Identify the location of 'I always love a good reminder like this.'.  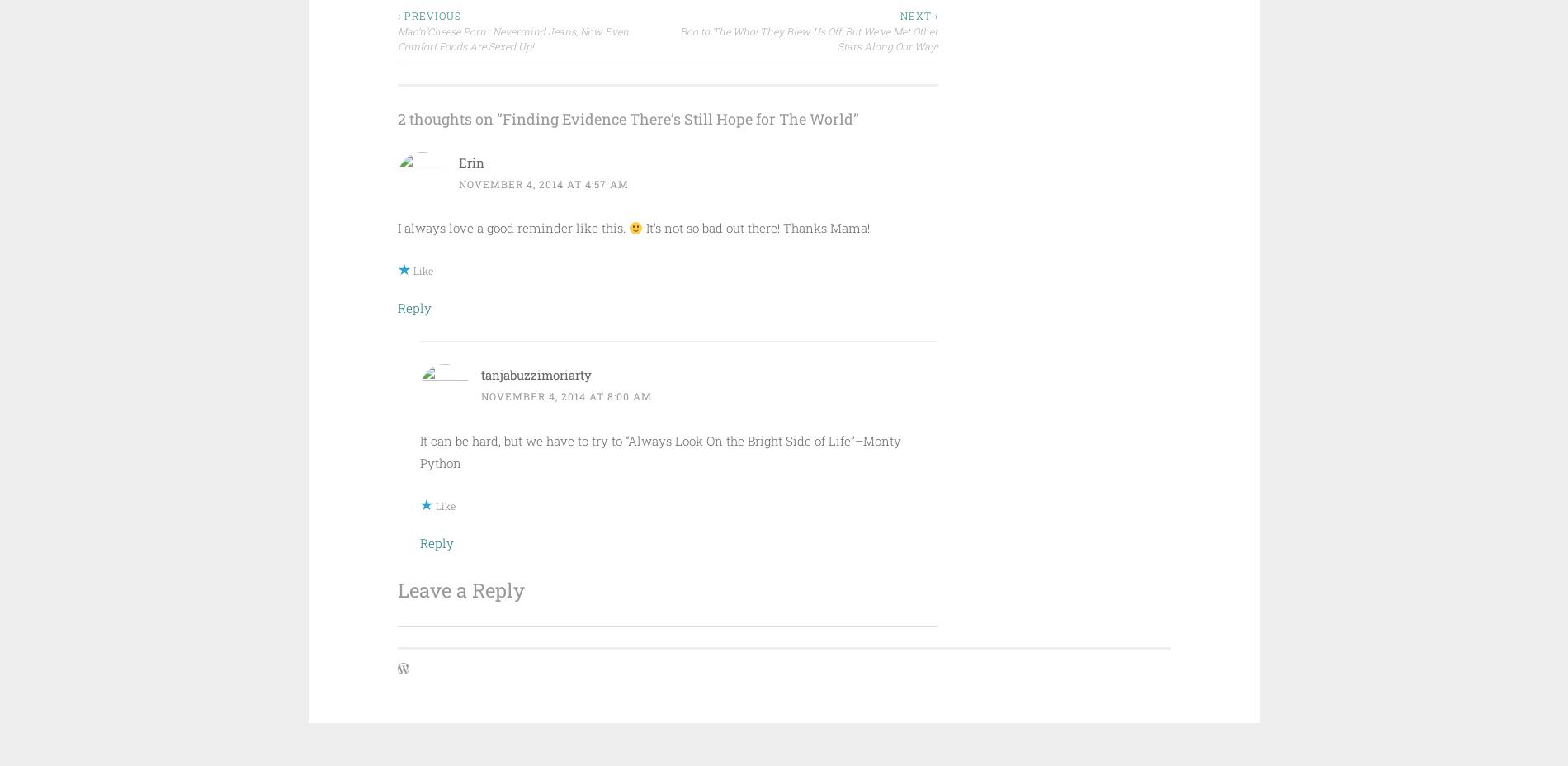
(512, 226).